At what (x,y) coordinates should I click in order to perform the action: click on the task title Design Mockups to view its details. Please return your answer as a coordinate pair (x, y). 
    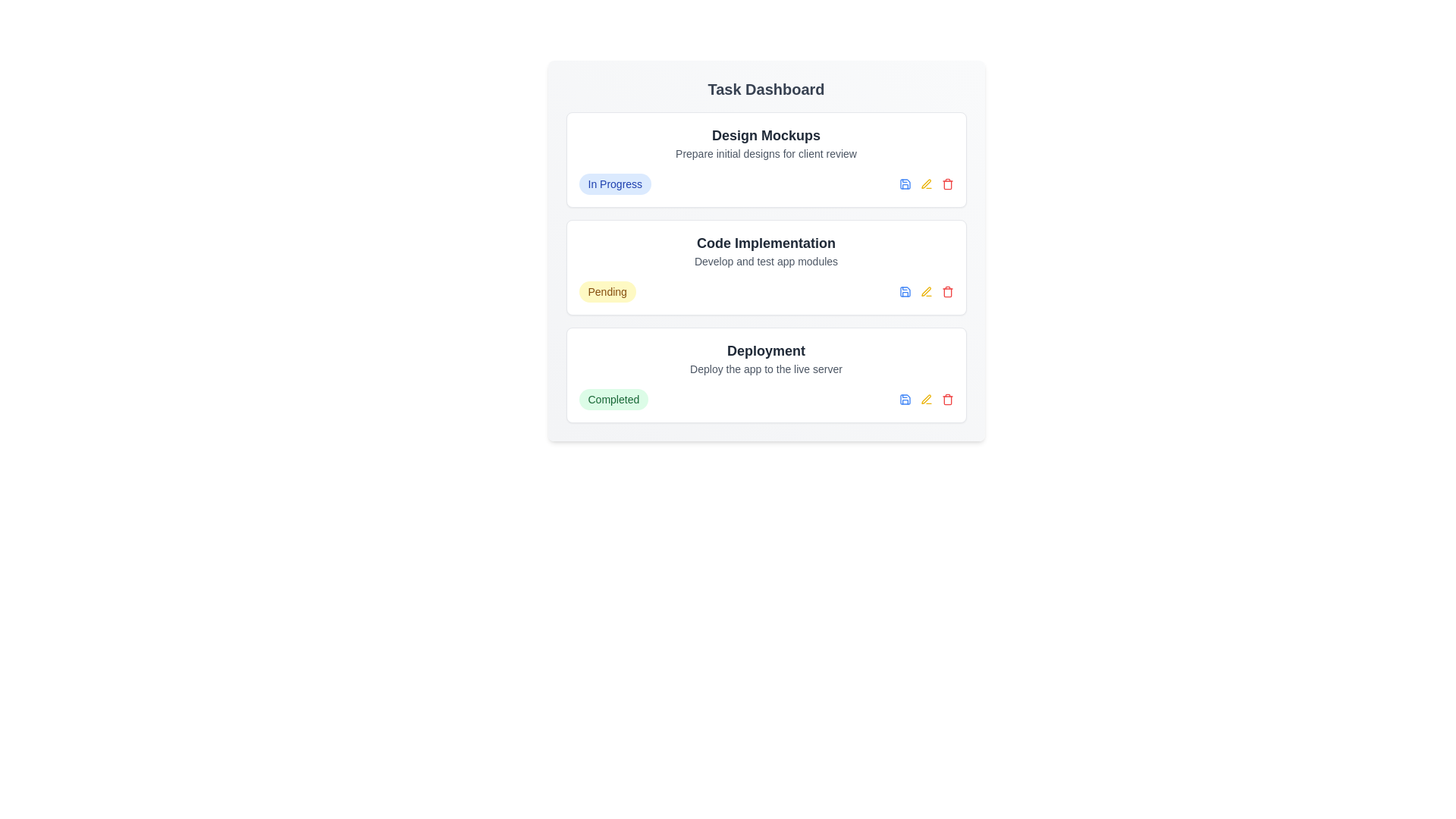
    Looking at the image, I should click on (766, 134).